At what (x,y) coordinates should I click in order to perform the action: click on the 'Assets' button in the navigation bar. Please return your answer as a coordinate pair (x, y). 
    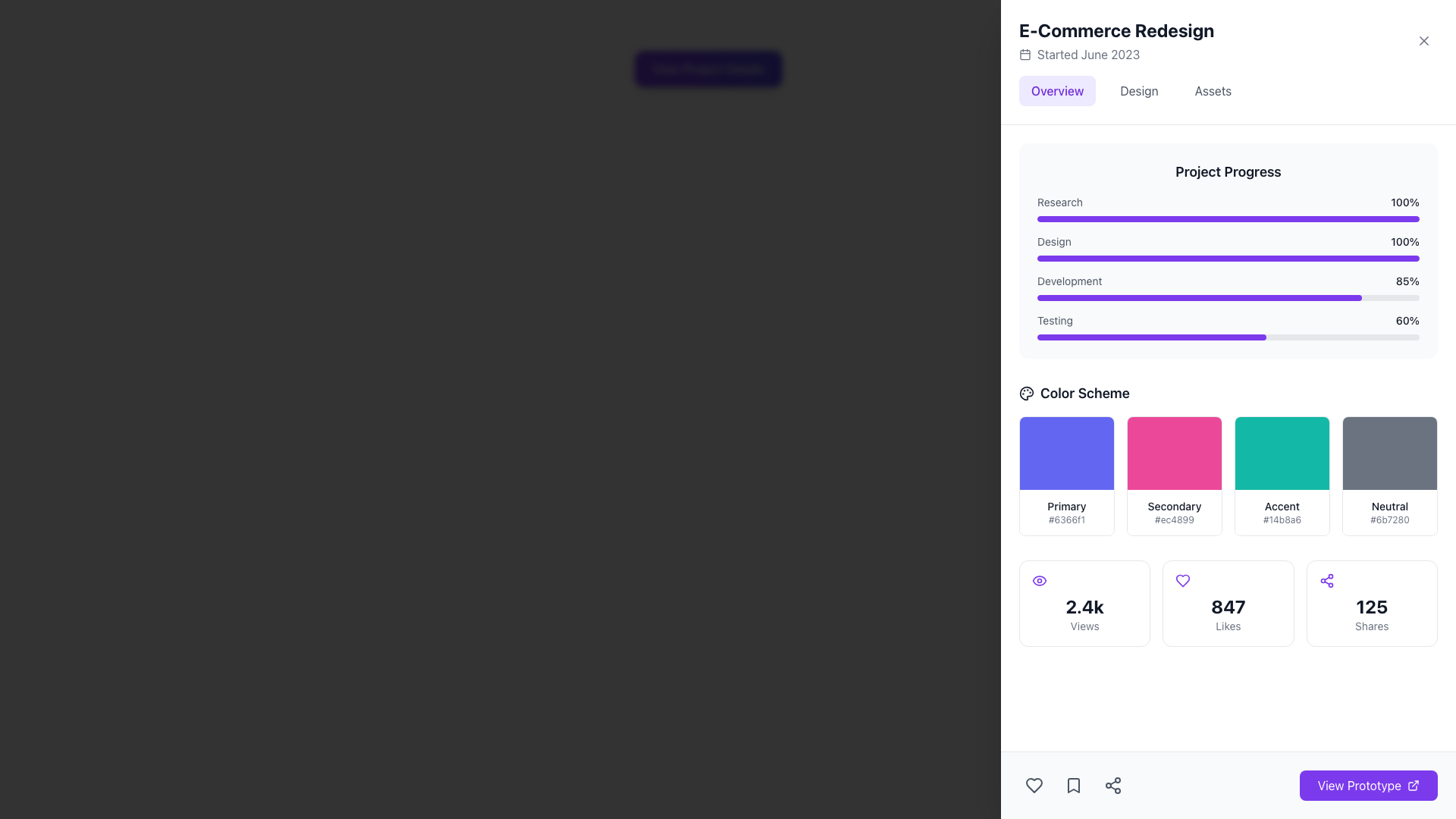
    Looking at the image, I should click on (1212, 90).